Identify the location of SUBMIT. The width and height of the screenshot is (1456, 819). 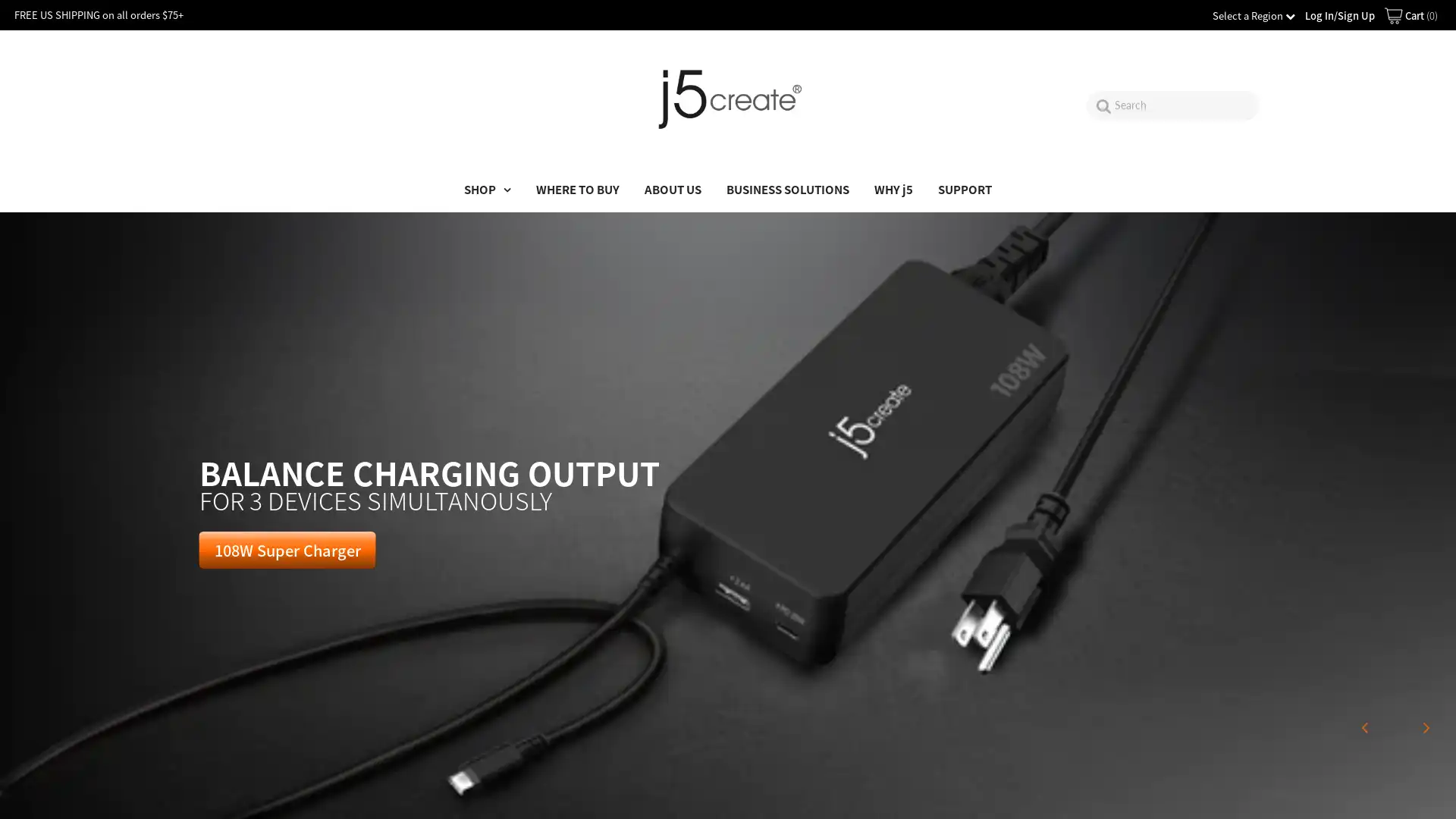
(728, 422).